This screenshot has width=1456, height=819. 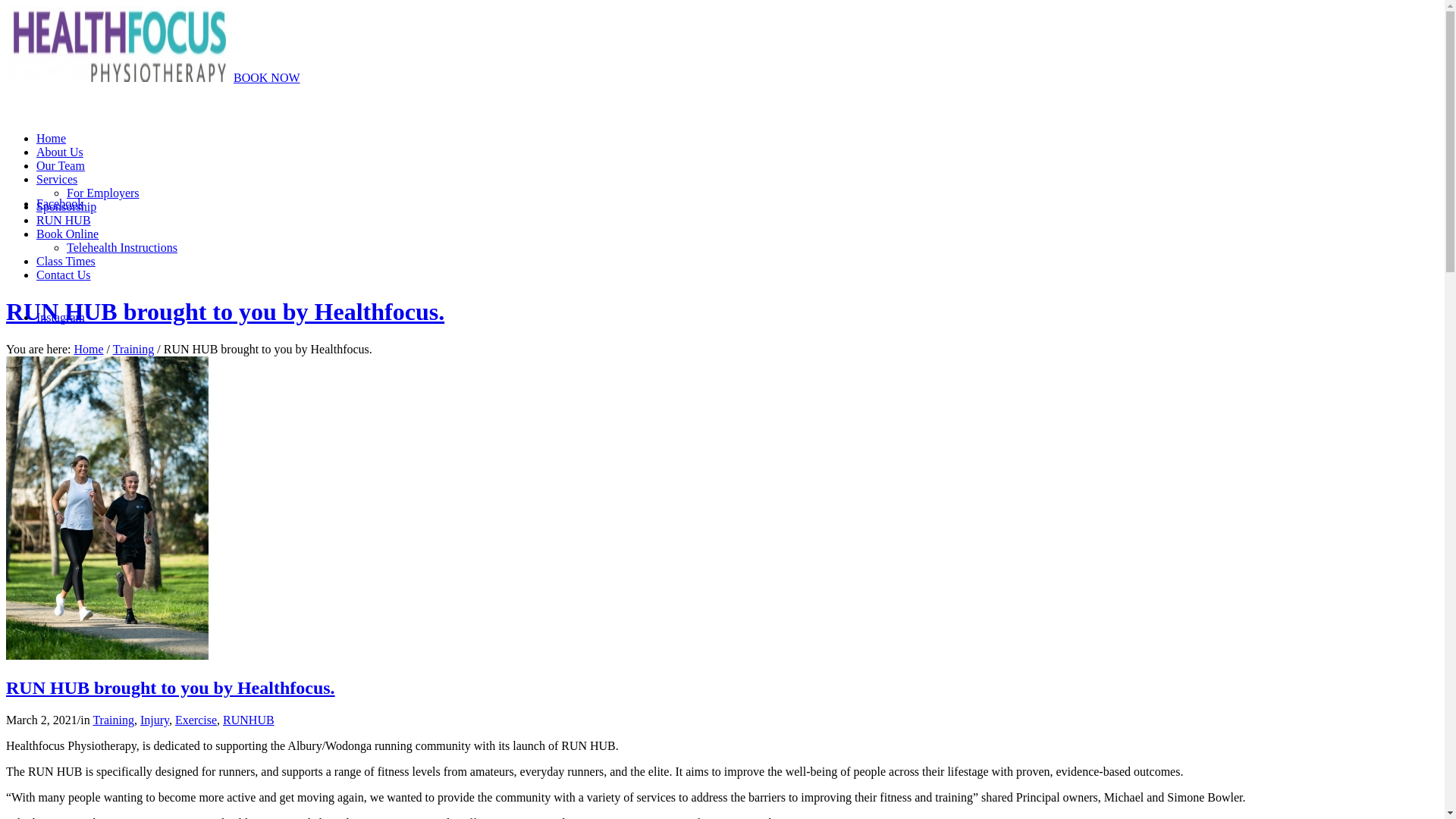 What do you see at coordinates (62, 275) in the screenshot?
I see `'Contact Us'` at bounding box center [62, 275].